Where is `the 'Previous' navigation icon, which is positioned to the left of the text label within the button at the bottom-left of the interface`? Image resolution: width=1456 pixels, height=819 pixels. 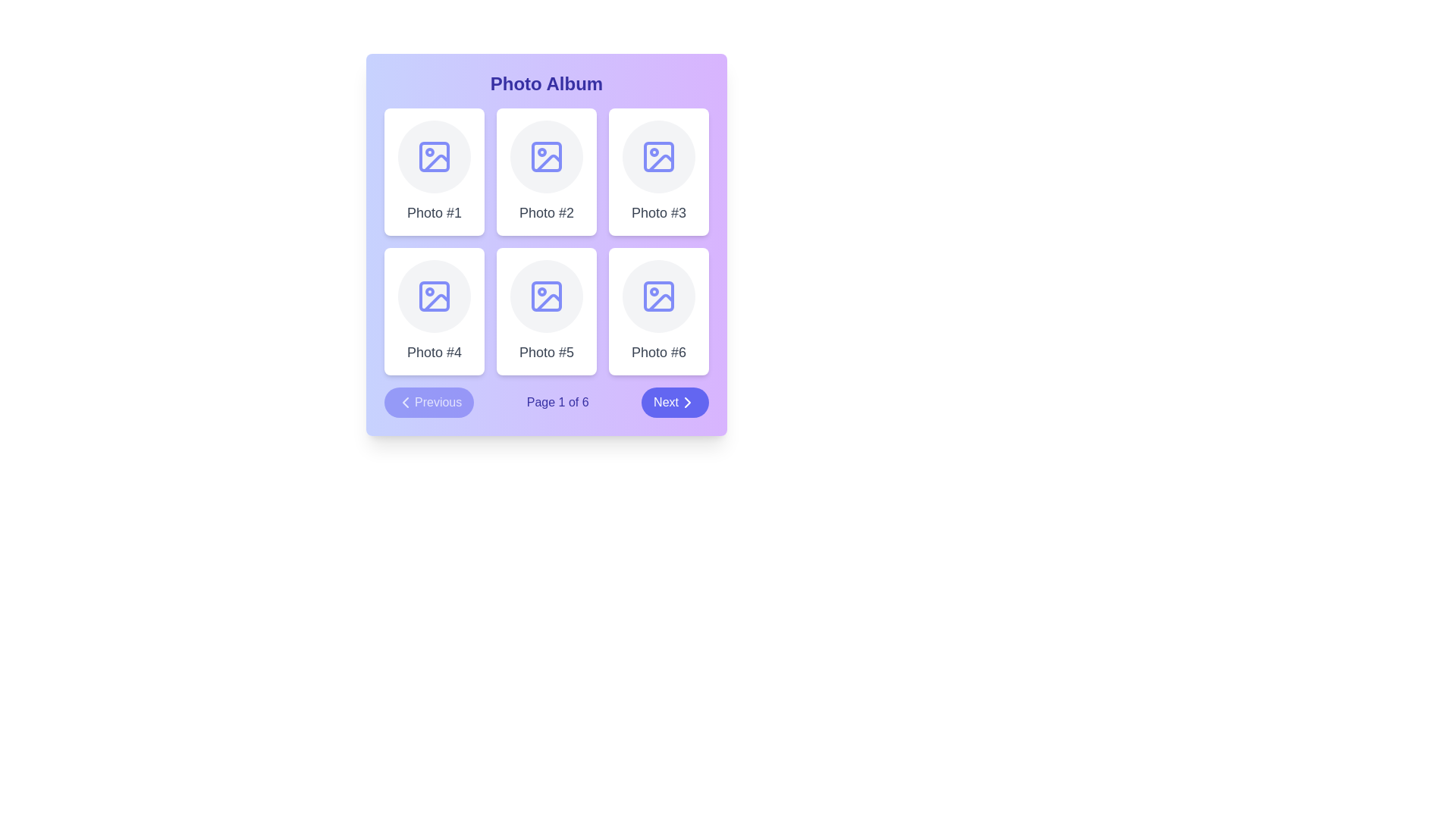
the 'Previous' navigation icon, which is positioned to the left of the text label within the button at the bottom-left of the interface is located at coordinates (405, 402).